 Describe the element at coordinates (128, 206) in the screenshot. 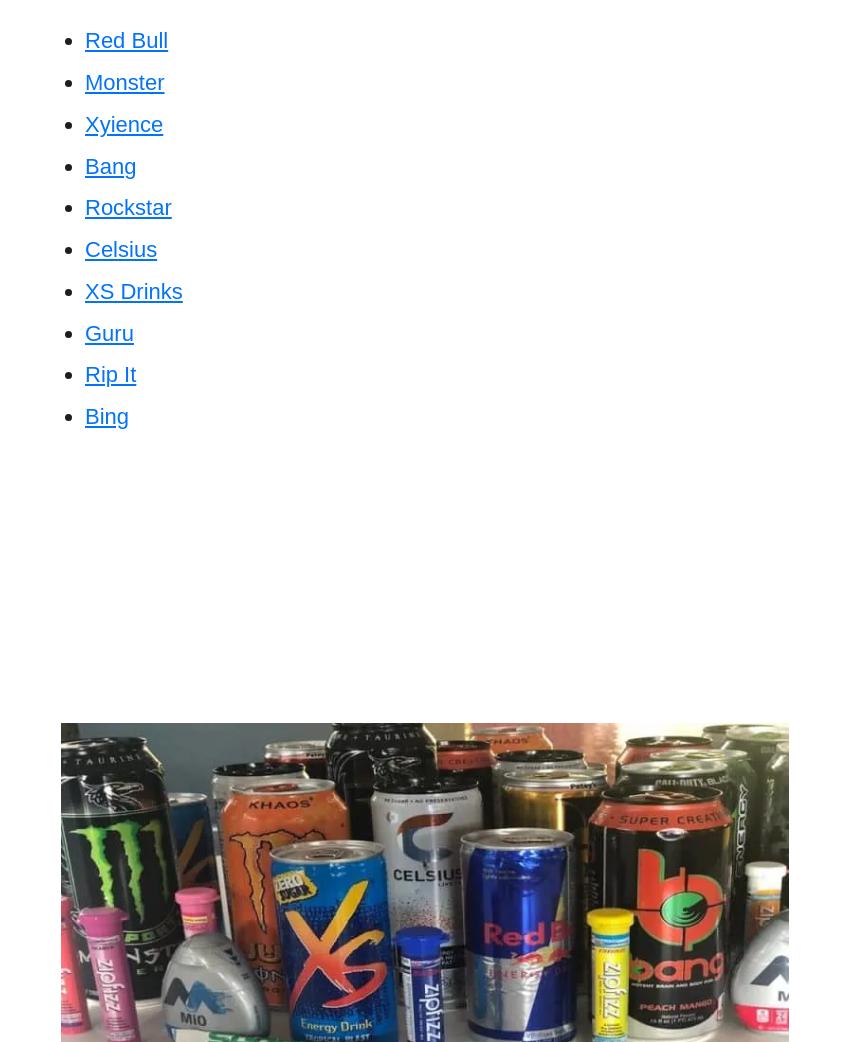

I see `'Rockstar'` at that location.